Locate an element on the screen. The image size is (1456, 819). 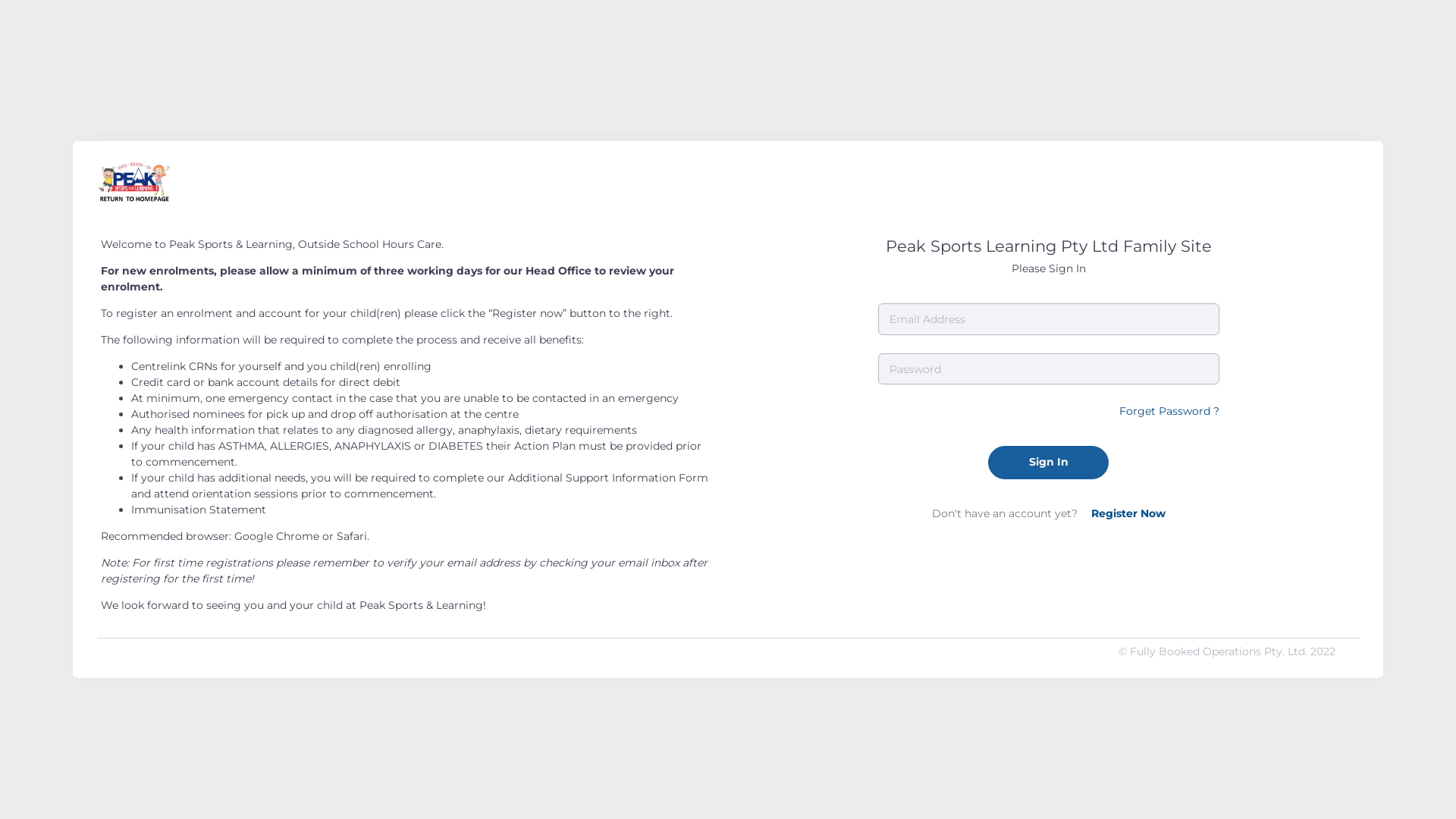
'Register Now' is located at coordinates (1128, 513).